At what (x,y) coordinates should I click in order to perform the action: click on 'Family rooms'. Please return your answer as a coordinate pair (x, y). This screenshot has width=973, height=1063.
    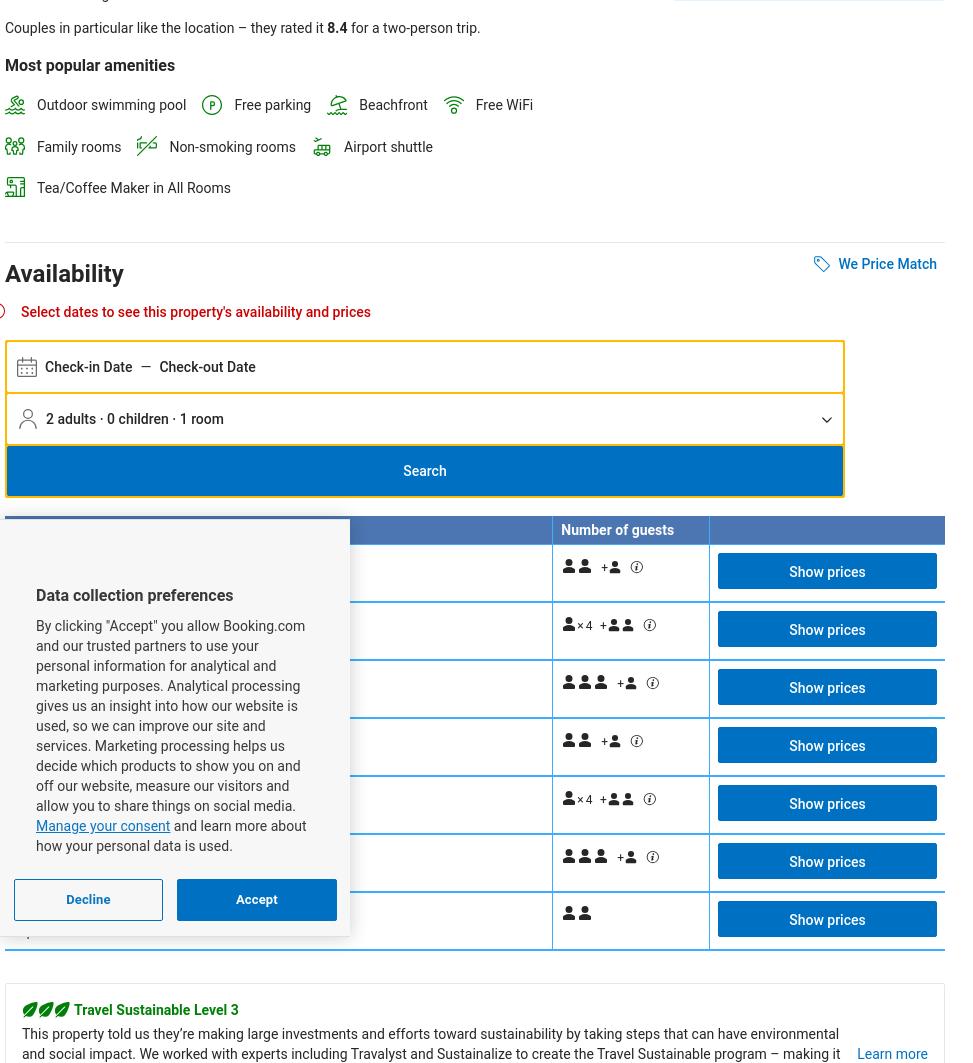
    Looking at the image, I should click on (36, 145).